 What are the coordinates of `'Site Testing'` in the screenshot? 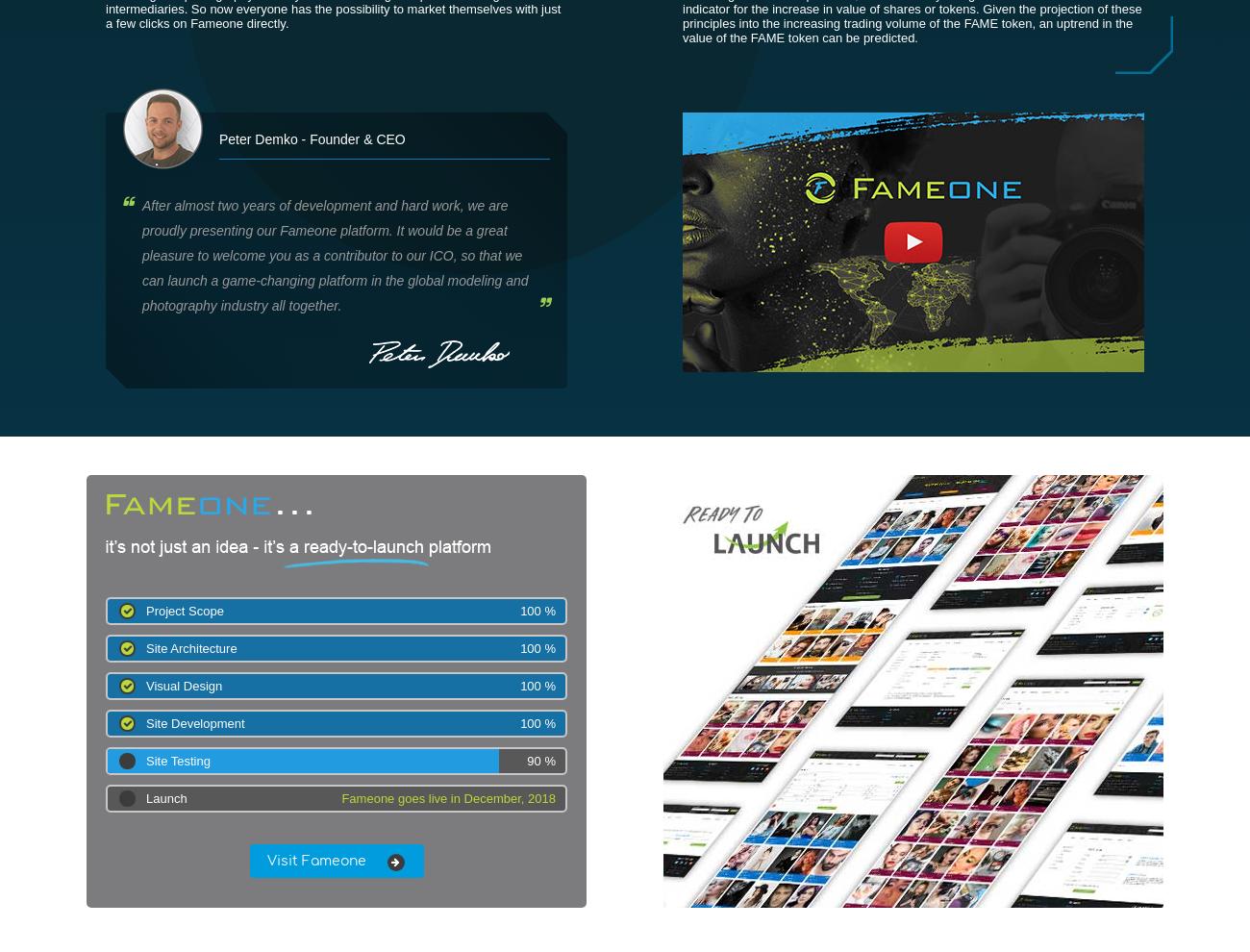 It's located at (177, 761).